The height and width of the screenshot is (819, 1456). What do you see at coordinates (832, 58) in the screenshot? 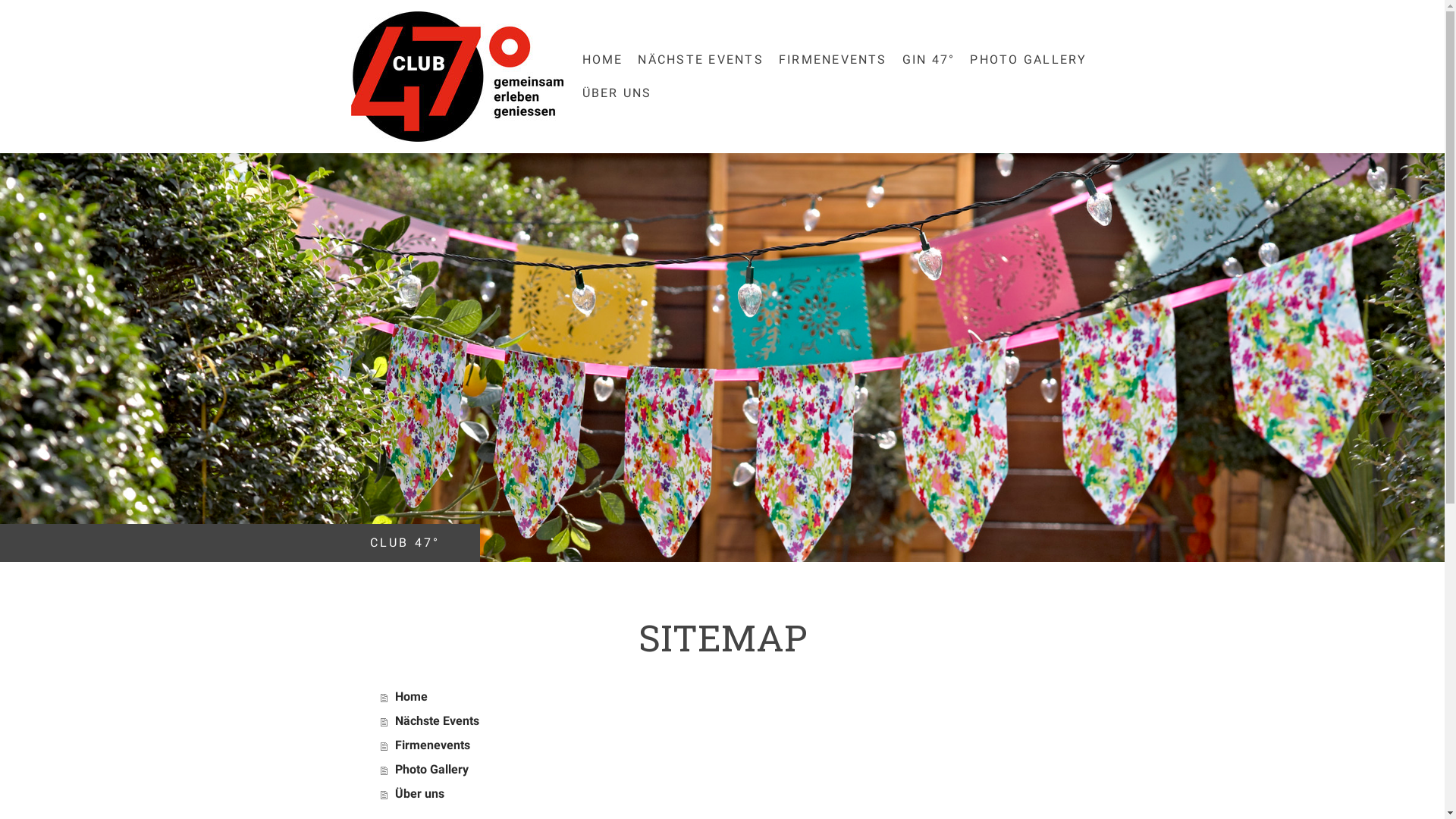
I see `'FIRMENEVENTS'` at bounding box center [832, 58].